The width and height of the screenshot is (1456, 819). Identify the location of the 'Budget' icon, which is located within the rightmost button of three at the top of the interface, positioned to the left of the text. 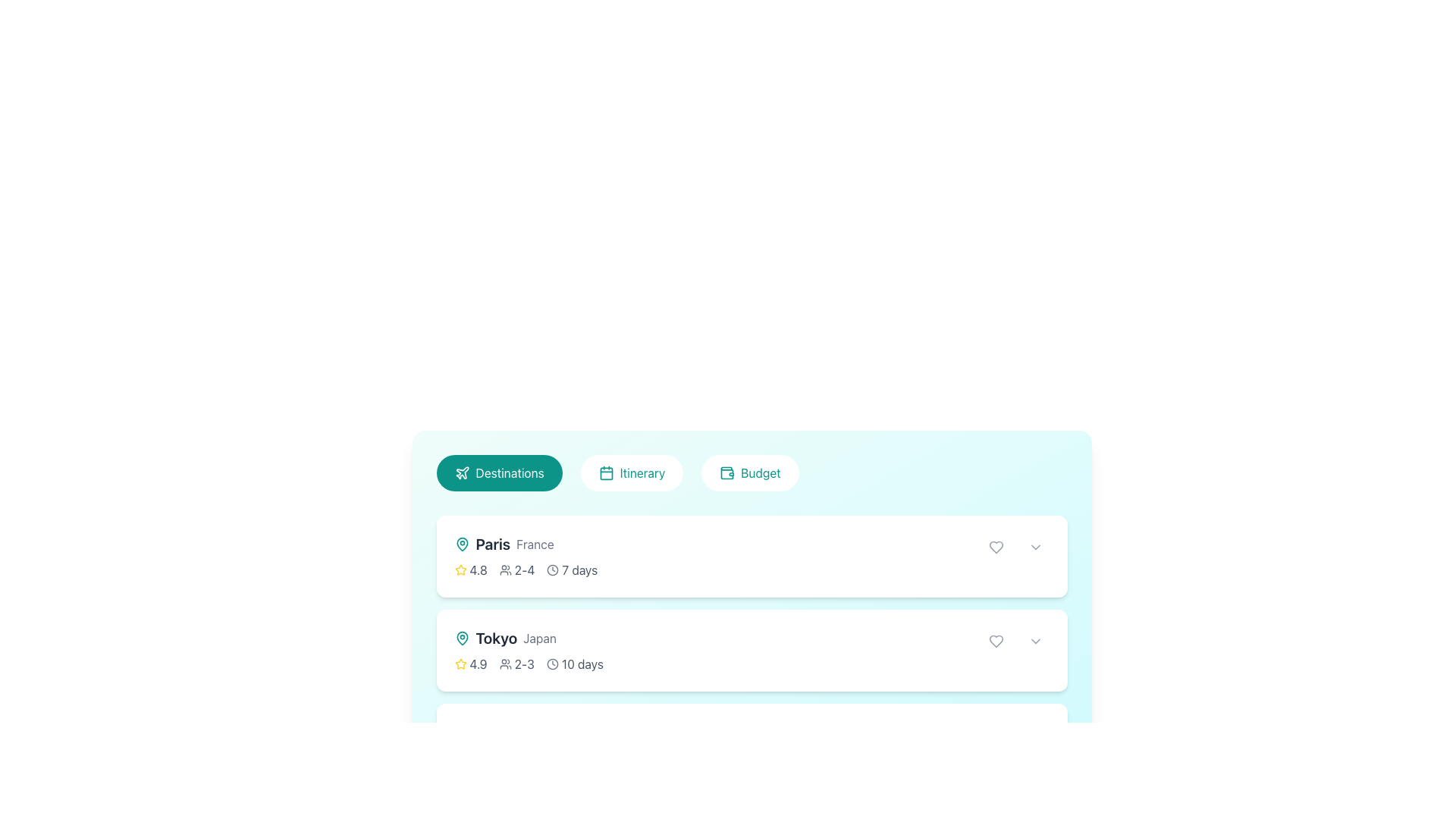
(726, 472).